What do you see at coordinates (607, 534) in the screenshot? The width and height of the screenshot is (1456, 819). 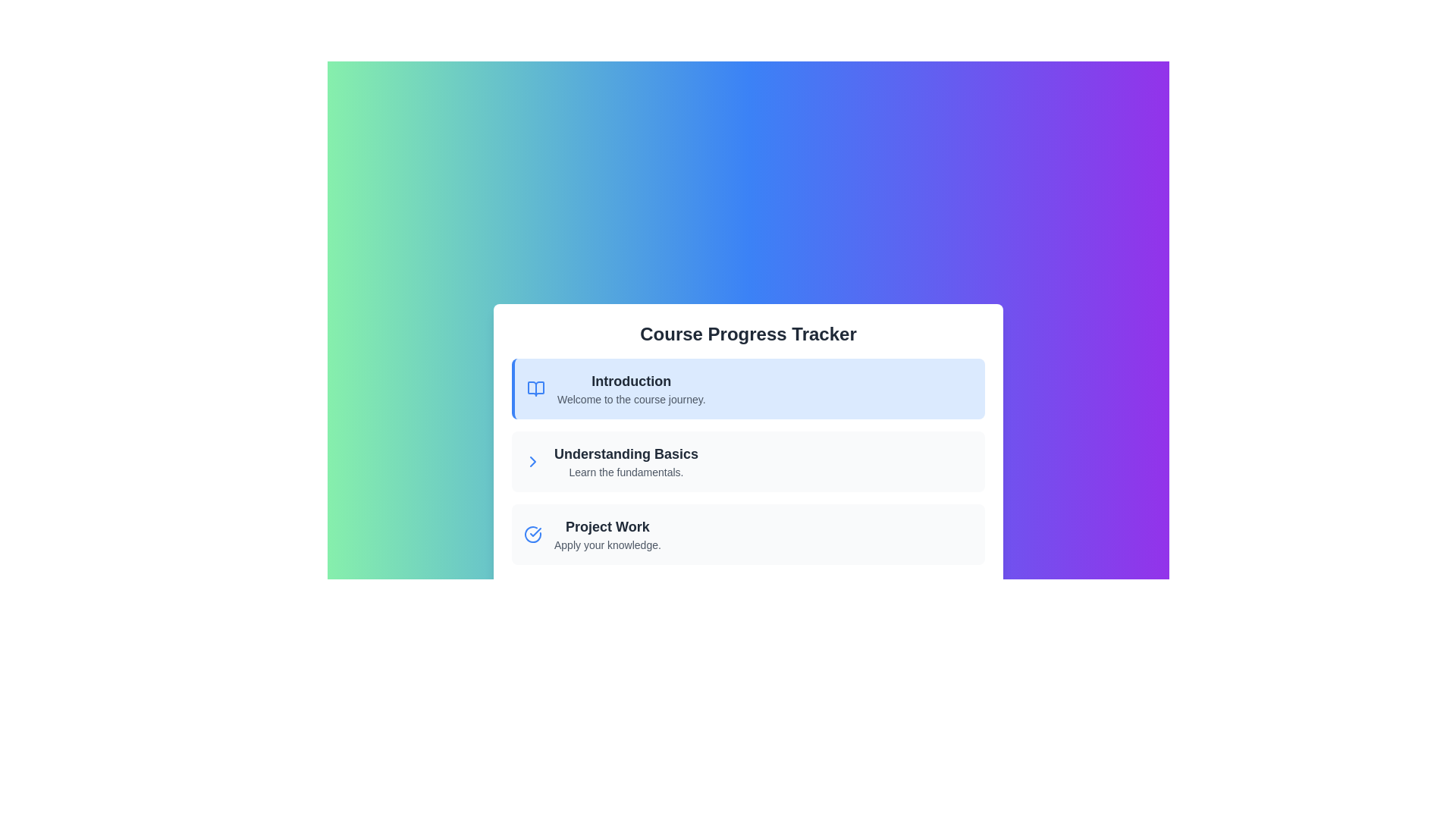 I see `text contents of the Label with subtitle element that displays 'Project Work' and 'Apply your knowledge.'` at bounding box center [607, 534].